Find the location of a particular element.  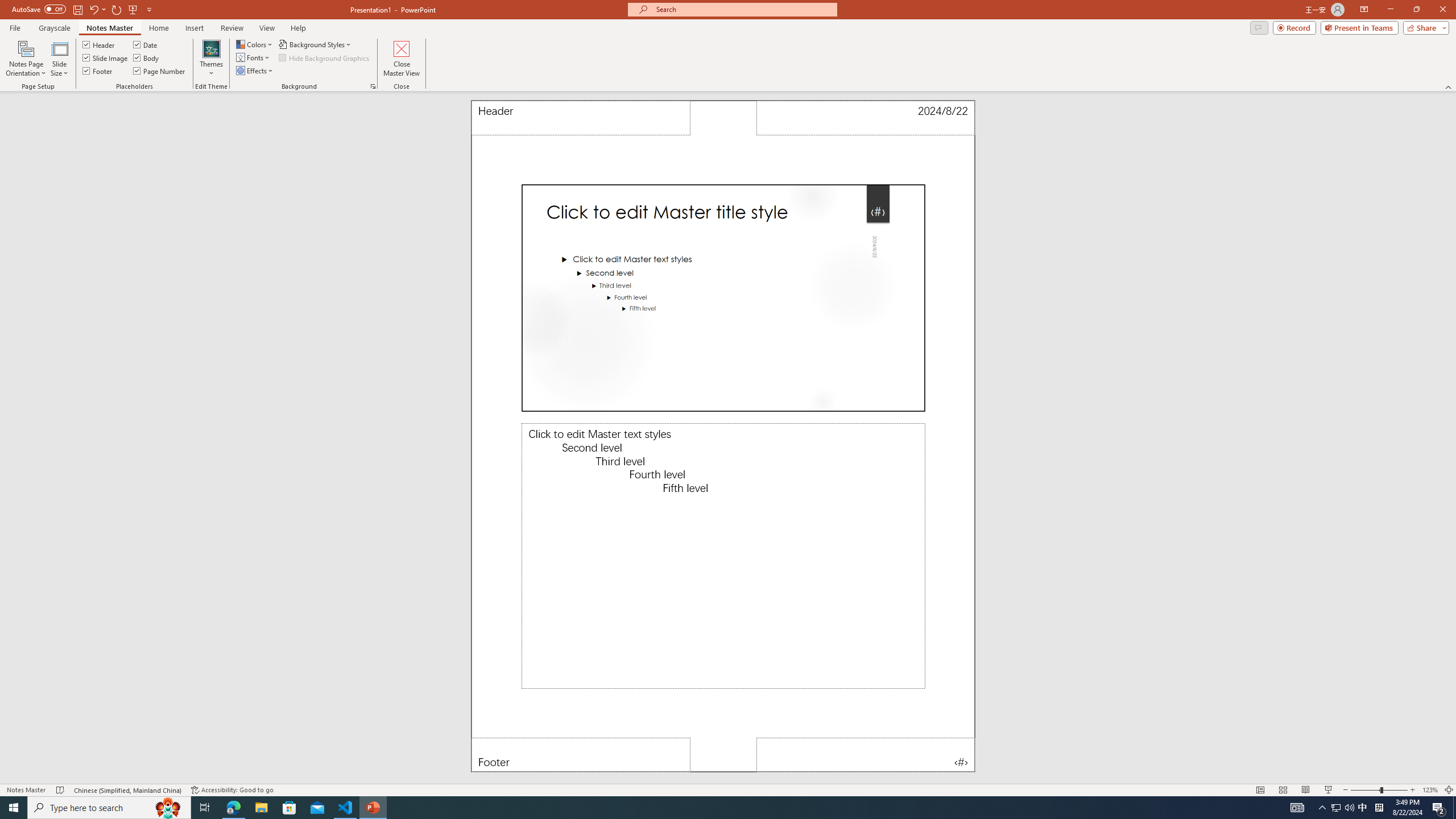

'Format Background...' is located at coordinates (373, 85).